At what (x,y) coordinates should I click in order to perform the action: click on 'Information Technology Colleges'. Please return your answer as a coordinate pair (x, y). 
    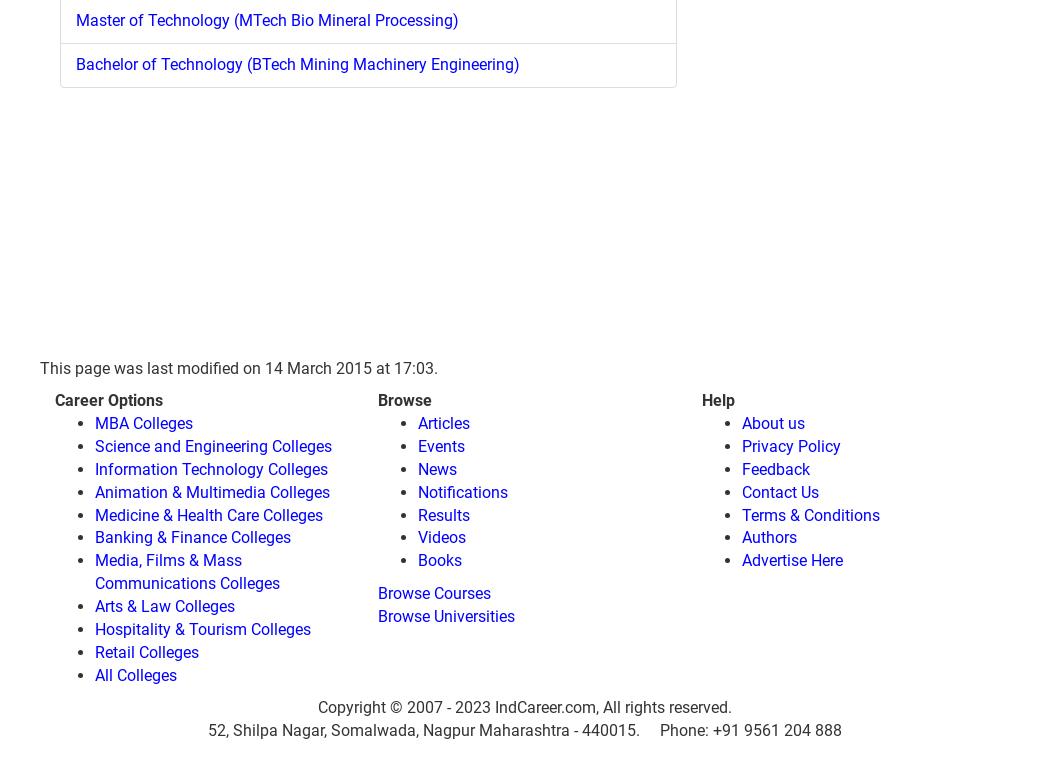
    Looking at the image, I should click on (210, 468).